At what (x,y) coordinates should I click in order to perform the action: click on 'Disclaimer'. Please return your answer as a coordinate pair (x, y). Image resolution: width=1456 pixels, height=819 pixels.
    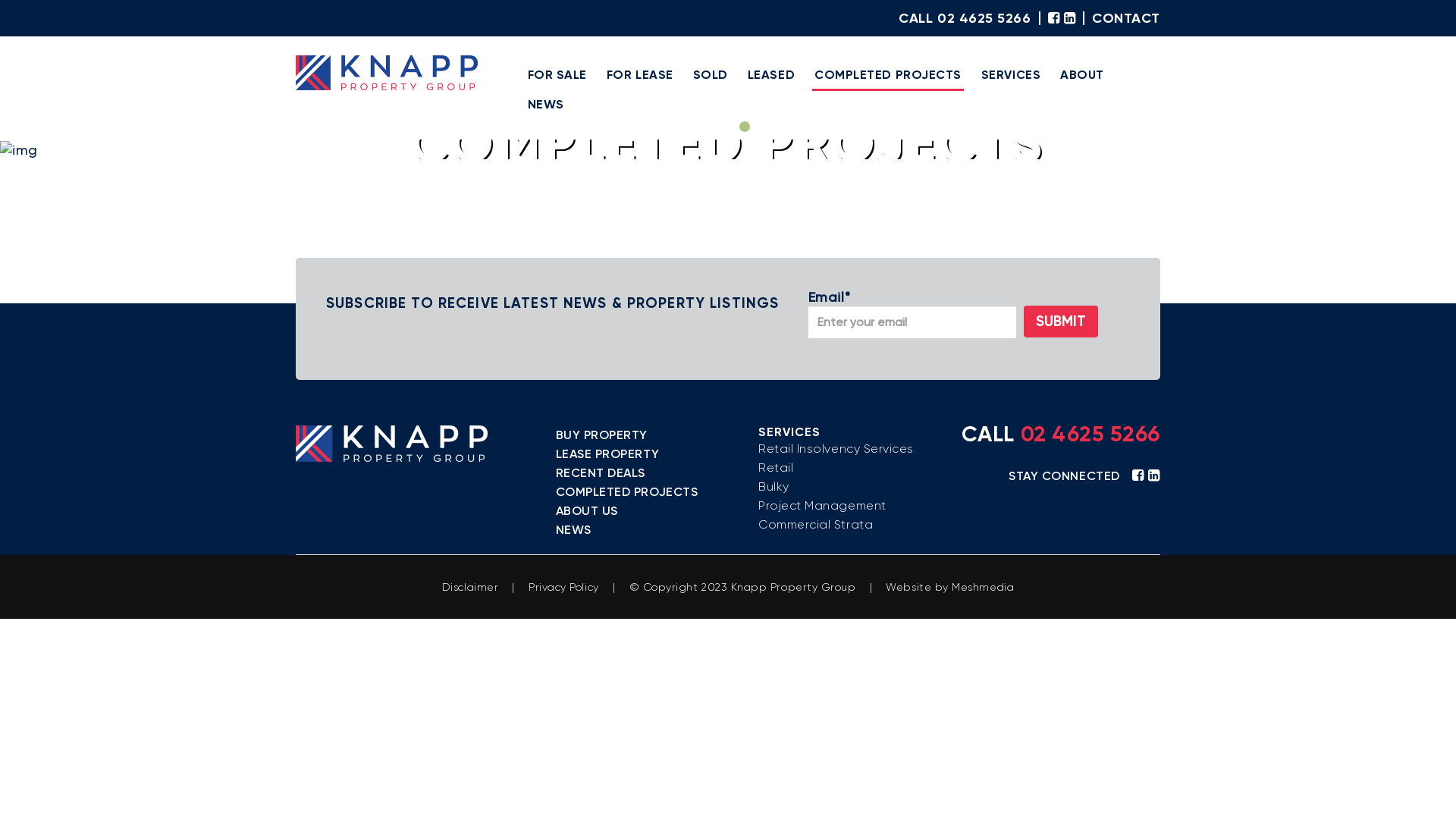
    Looking at the image, I should click on (441, 586).